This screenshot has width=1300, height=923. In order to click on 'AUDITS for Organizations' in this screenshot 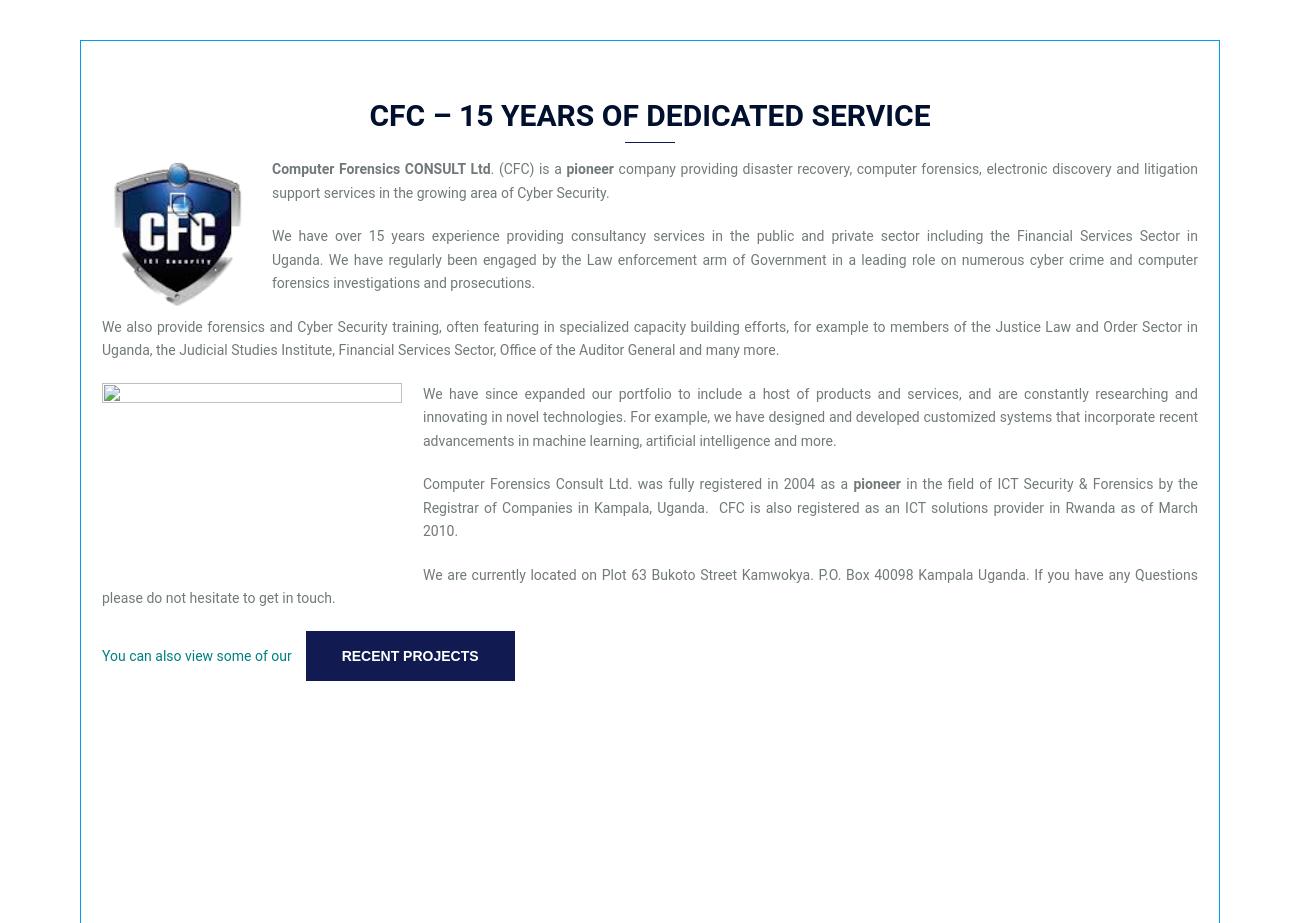, I will do `click(890, 123)`.